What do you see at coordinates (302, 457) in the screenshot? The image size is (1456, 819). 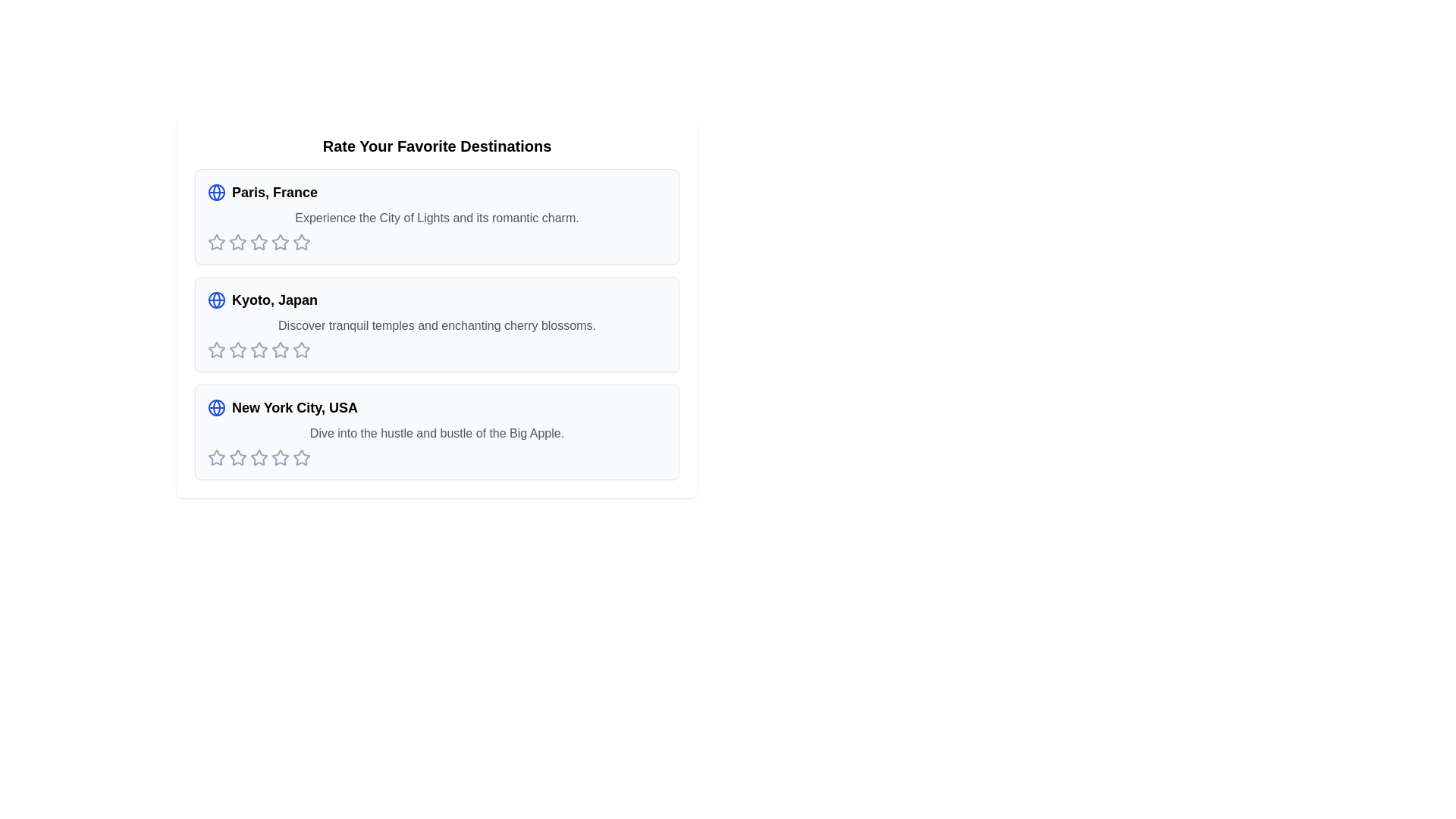 I see `the fifth rating star icon, which is outlined in light gray and located beneath the 'New York City, USA' section` at bounding box center [302, 457].